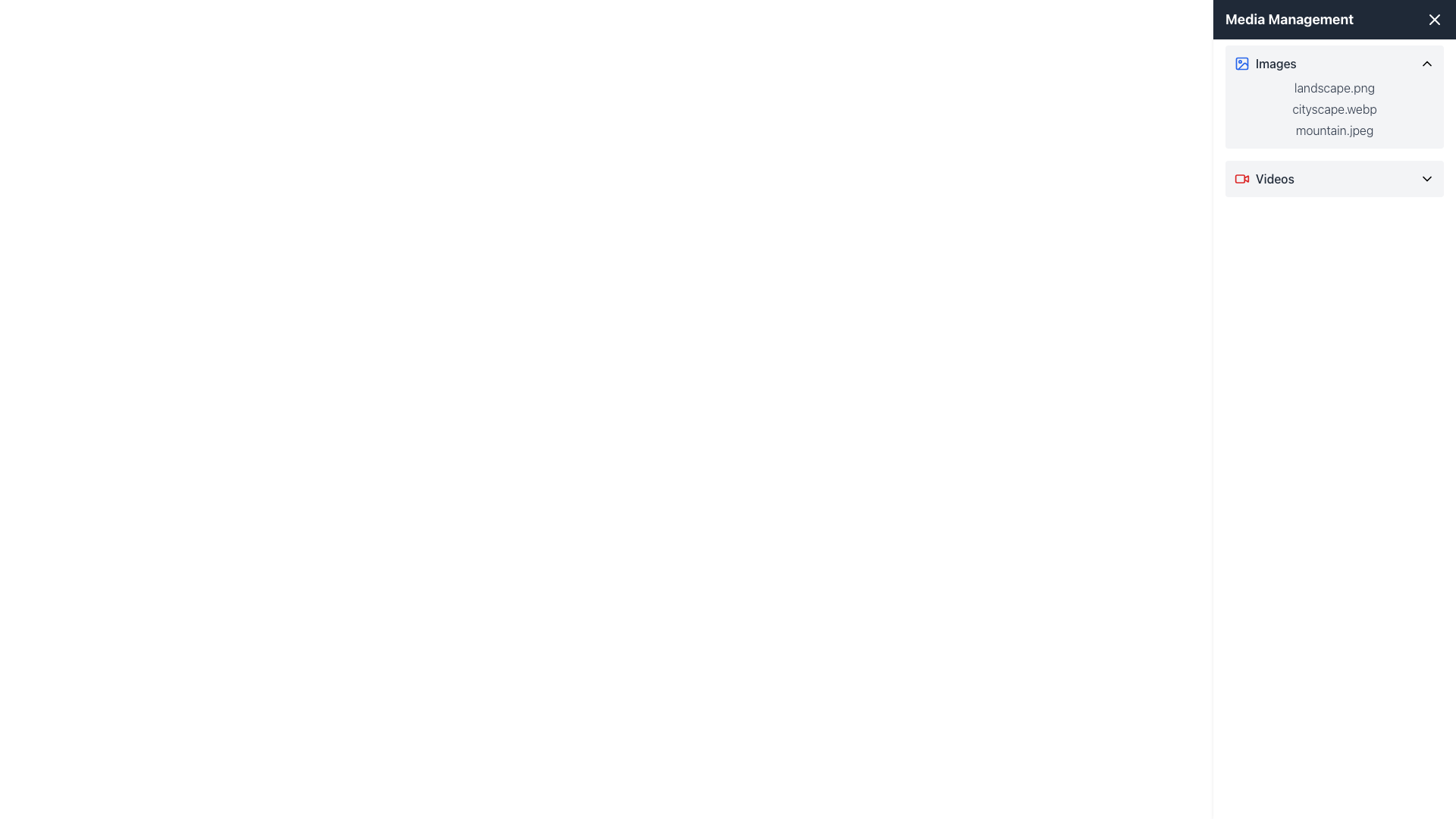 The image size is (1456, 819). What do you see at coordinates (1241, 63) in the screenshot?
I see `the icon representing the 'Images' section in the Media Management panel, located to the left of the text label 'Images'` at bounding box center [1241, 63].